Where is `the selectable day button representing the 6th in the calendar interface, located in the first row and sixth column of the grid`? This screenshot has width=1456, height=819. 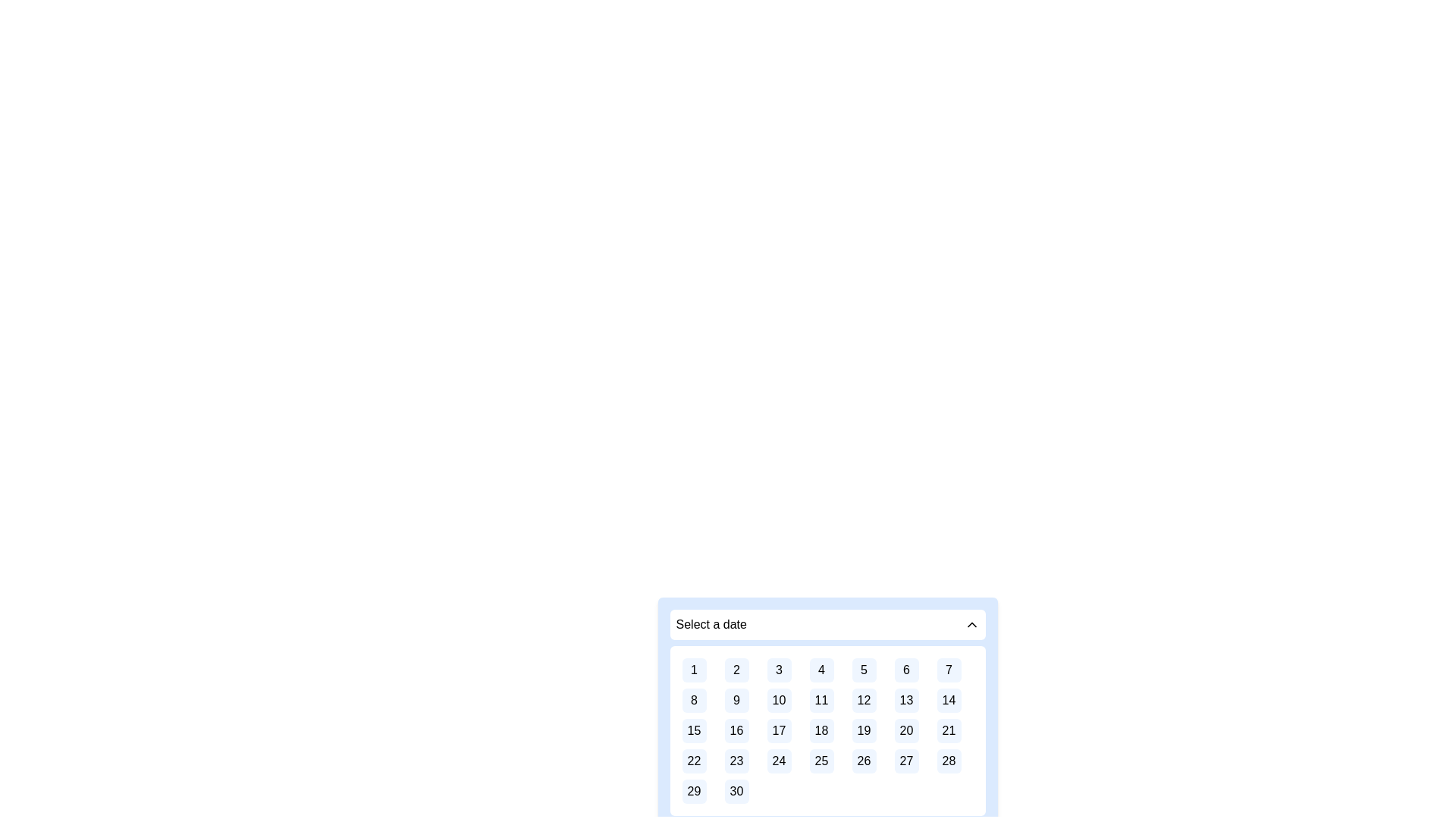
the selectable day button representing the 6th in the calendar interface, located in the first row and sixth column of the grid is located at coordinates (906, 669).